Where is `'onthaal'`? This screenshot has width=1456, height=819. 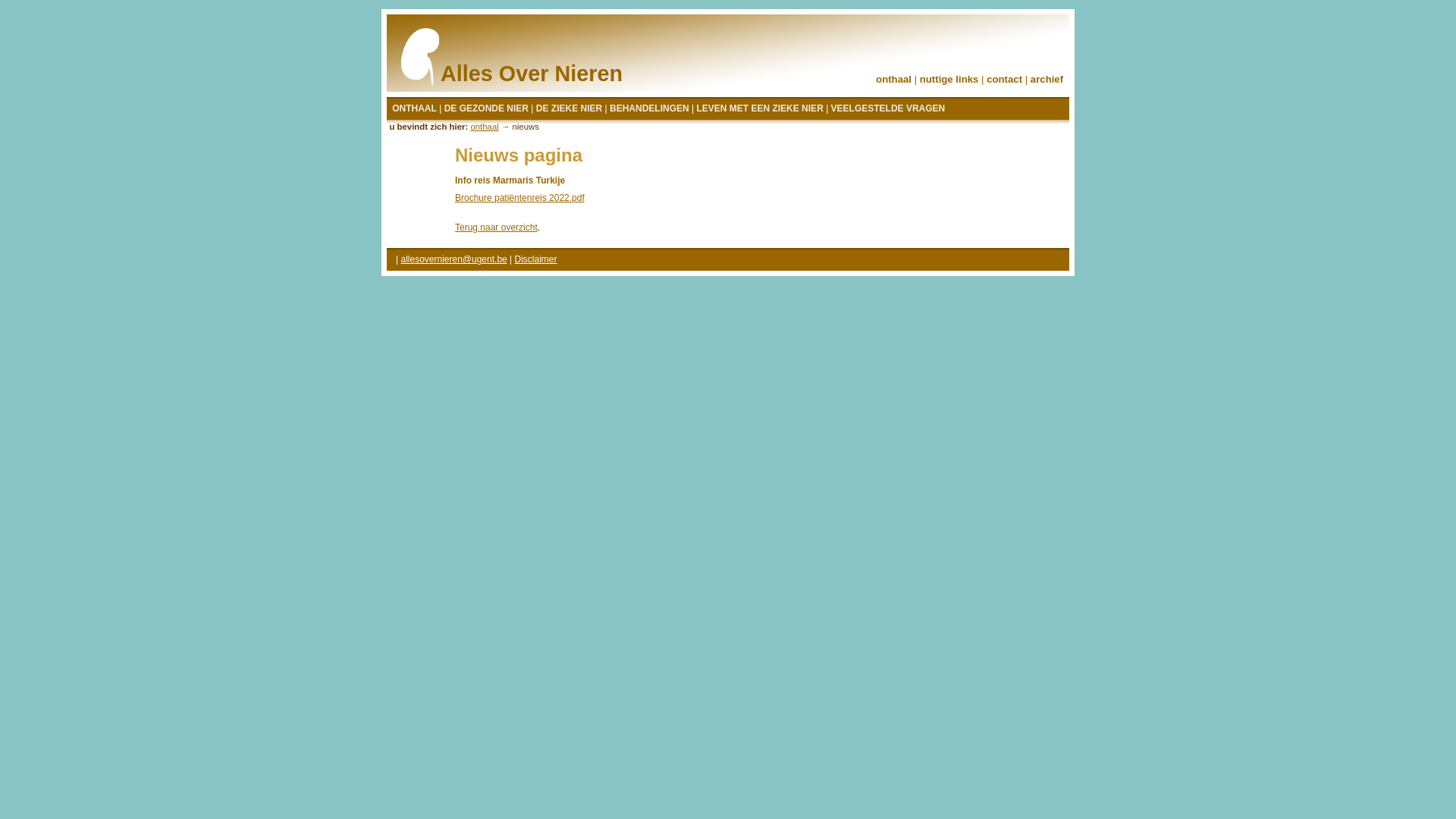 'onthaal' is located at coordinates (469, 125).